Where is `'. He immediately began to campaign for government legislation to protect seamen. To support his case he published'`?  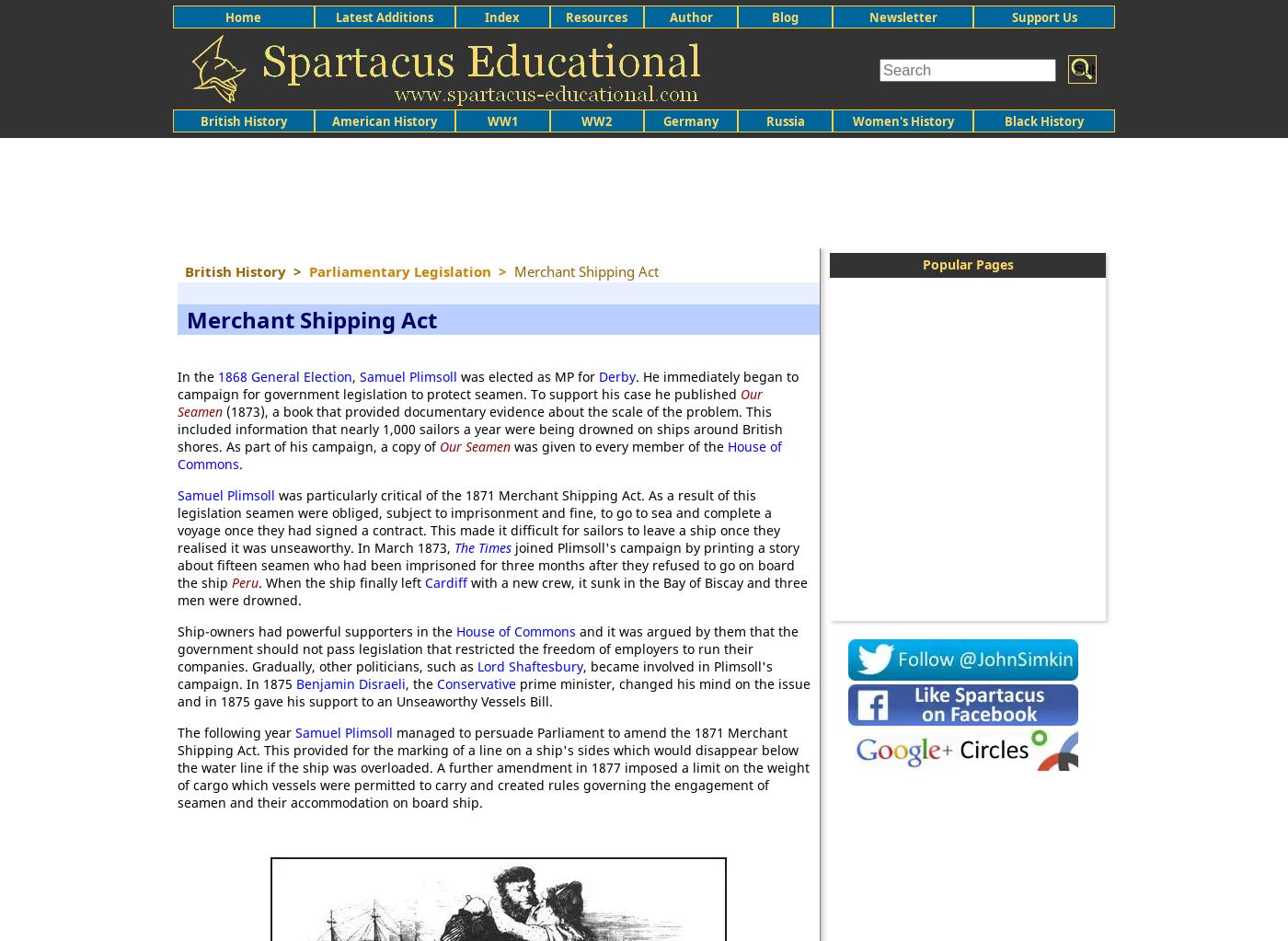
'. He immediately began to campaign for government legislation to protect seamen. To support his case he published' is located at coordinates (177, 385).